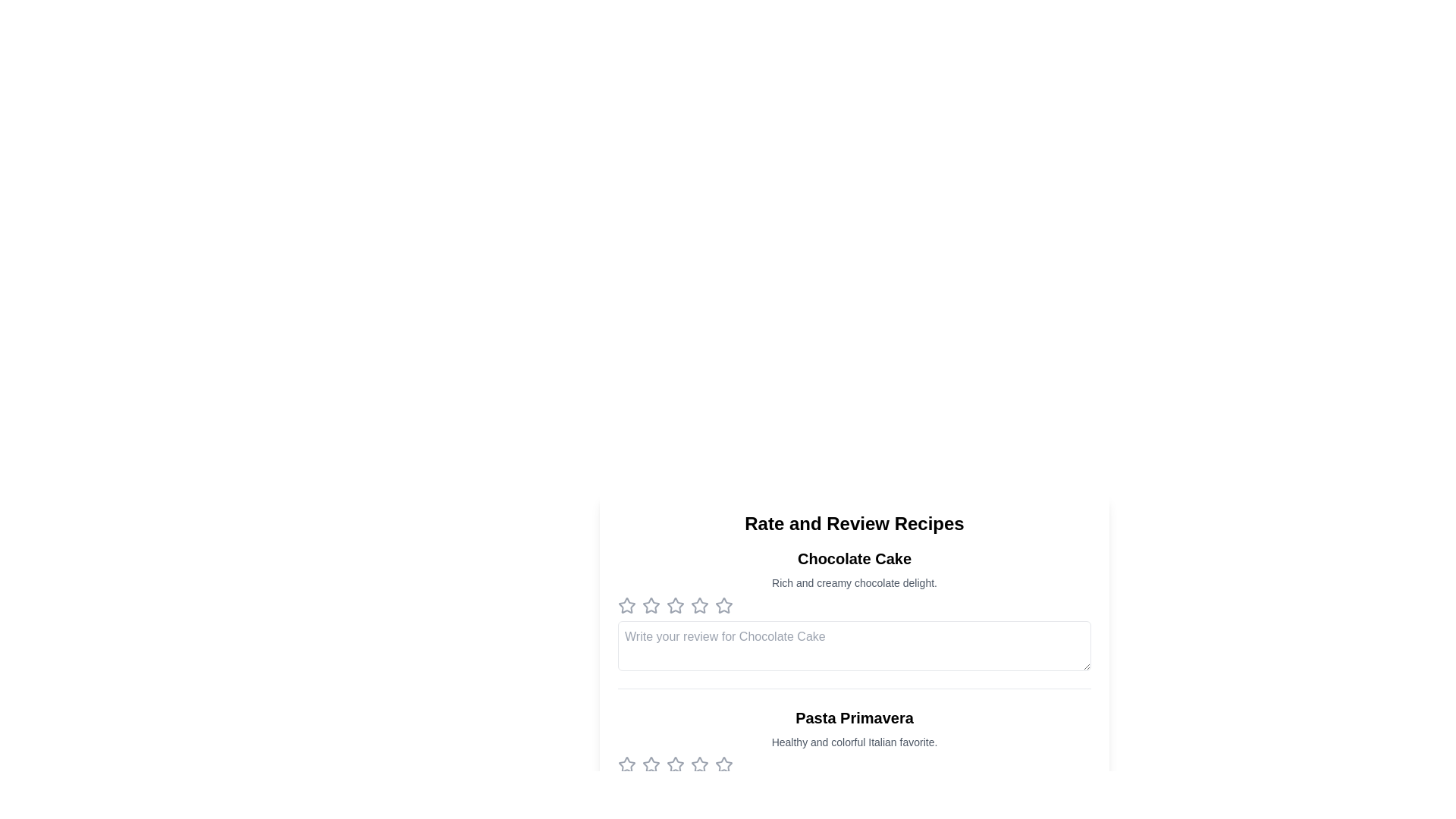 This screenshot has height=819, width=1456. What do you see at coordinates (855, 558) in the screenshot?
I see `the text label that serves as the title for the associated content, identifying the item as 'Chocolate Cake'` at bounding box center [855, 558].